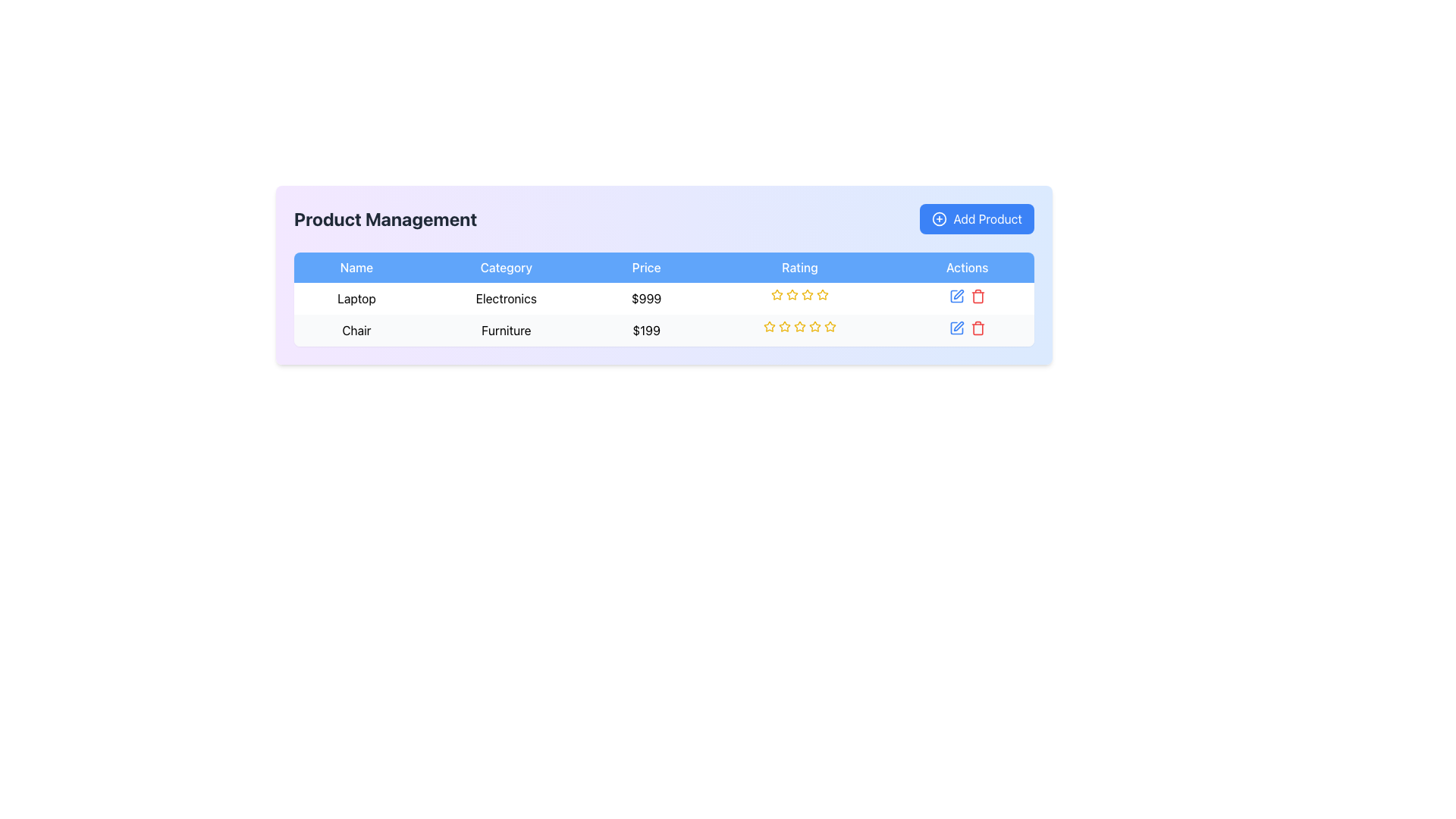  I want to click on text of the label indicating the category description of the product in the second column of the first row in the table, which is positioned between 'Laptop' and '$999', so click(506, 298).